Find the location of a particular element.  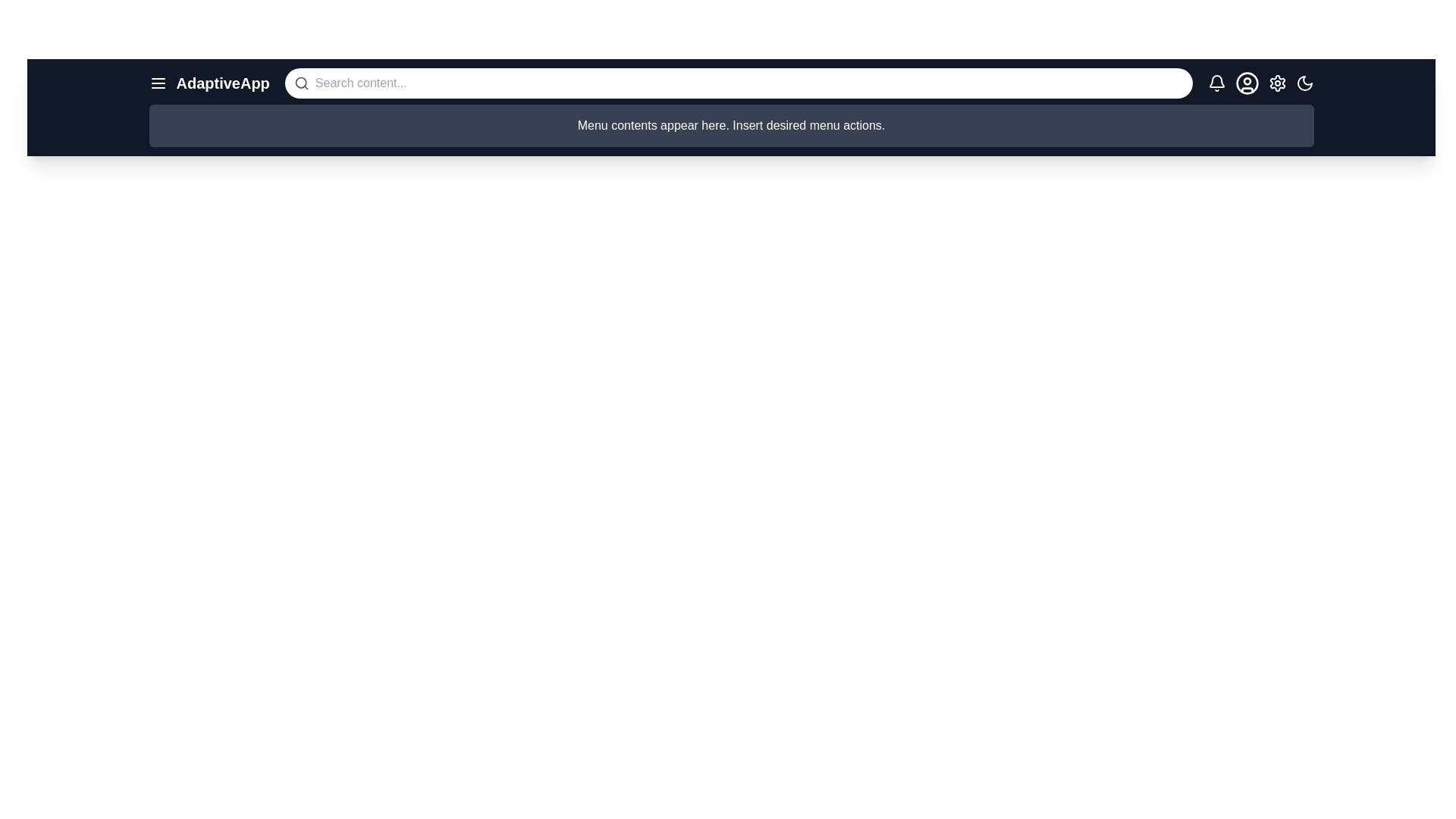

the settings icon is located at coordinates (1276, 83).